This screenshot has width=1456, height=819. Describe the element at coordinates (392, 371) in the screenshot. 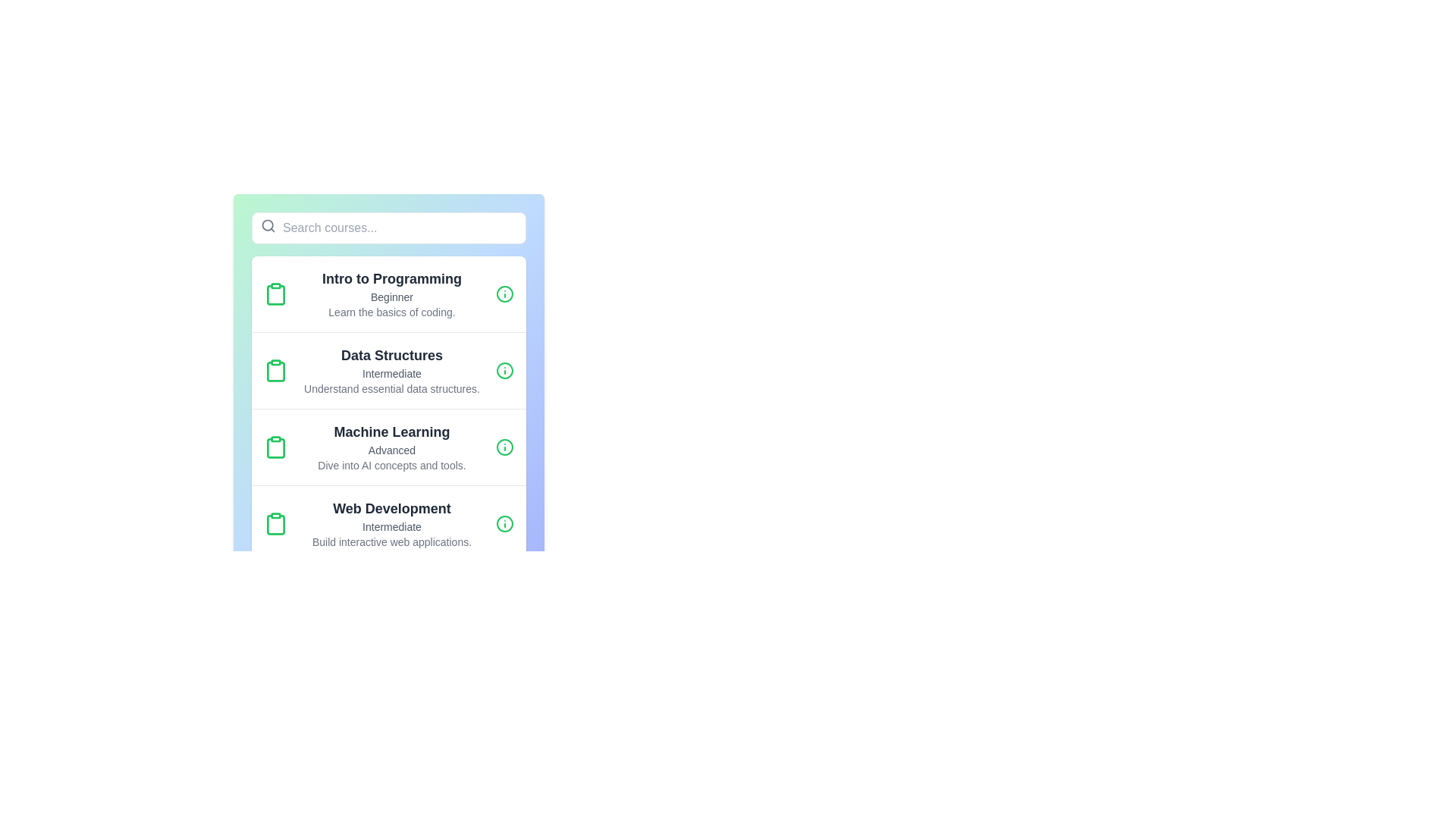

I see `the text block that describes the Data Structures course, located between the Intro to Programming and Machine Learning blocks in the vertical list` at that location.